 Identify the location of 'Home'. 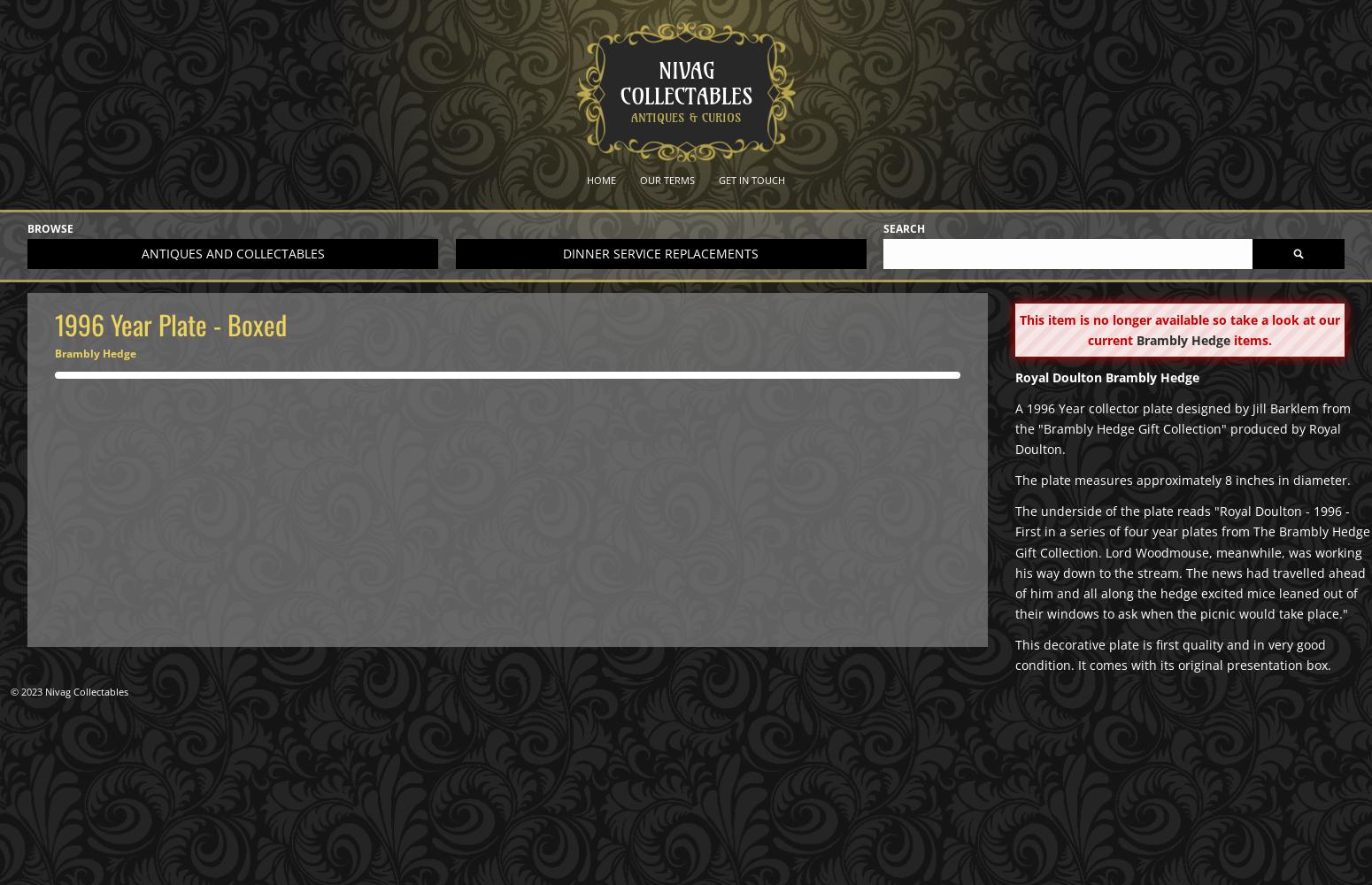
(585, 179).